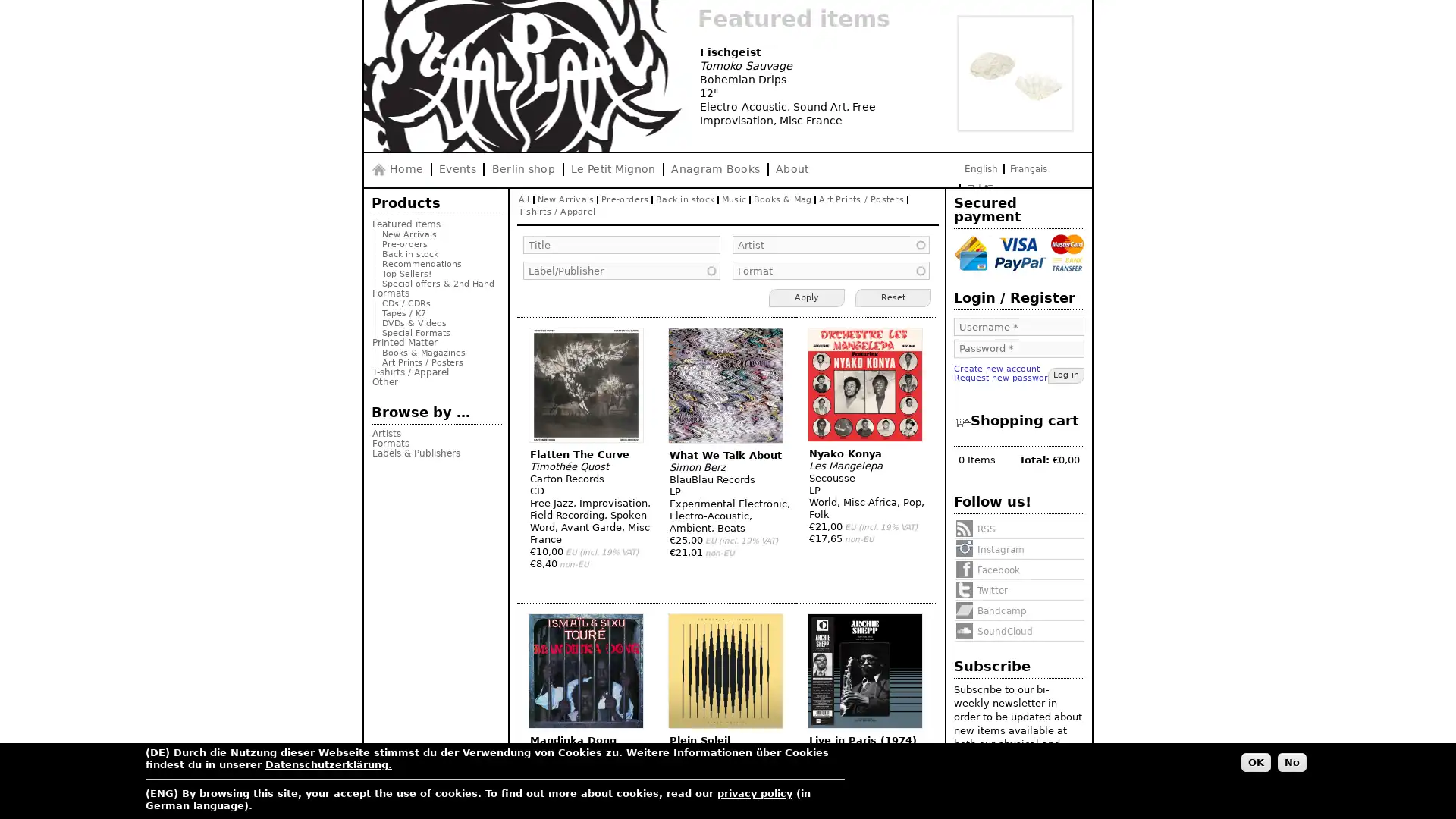  Describe the element at coordinates (1256, 762) in the screenshot. I see `OK` at that location.